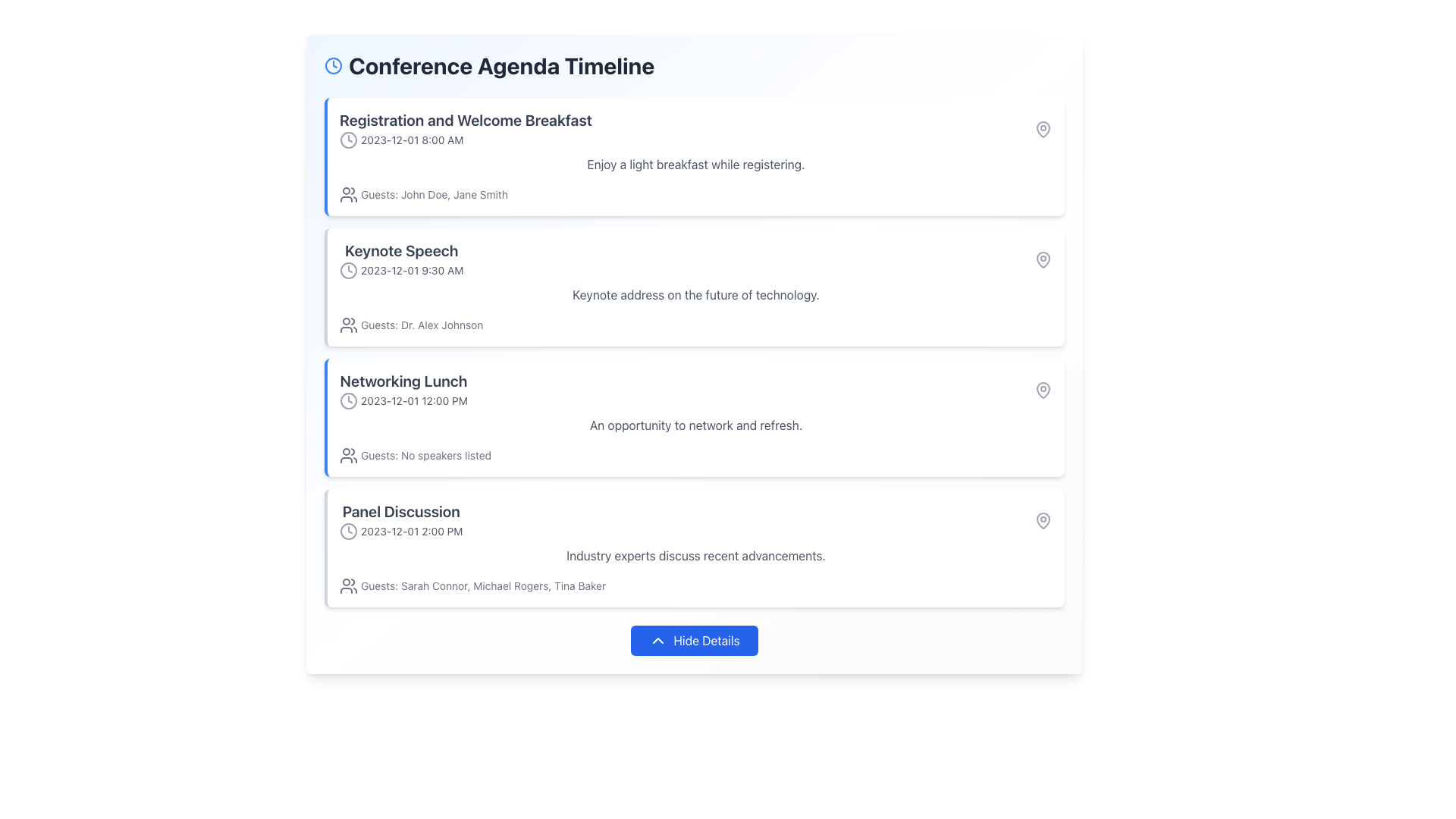 This screenshot has height=819, width=1456. What do you see at coordinates (695, 259) in the screenshot?
I see `the second informational block in the Conference Agenda Timeline to focus on the event details` at bounding box center [695, 259].